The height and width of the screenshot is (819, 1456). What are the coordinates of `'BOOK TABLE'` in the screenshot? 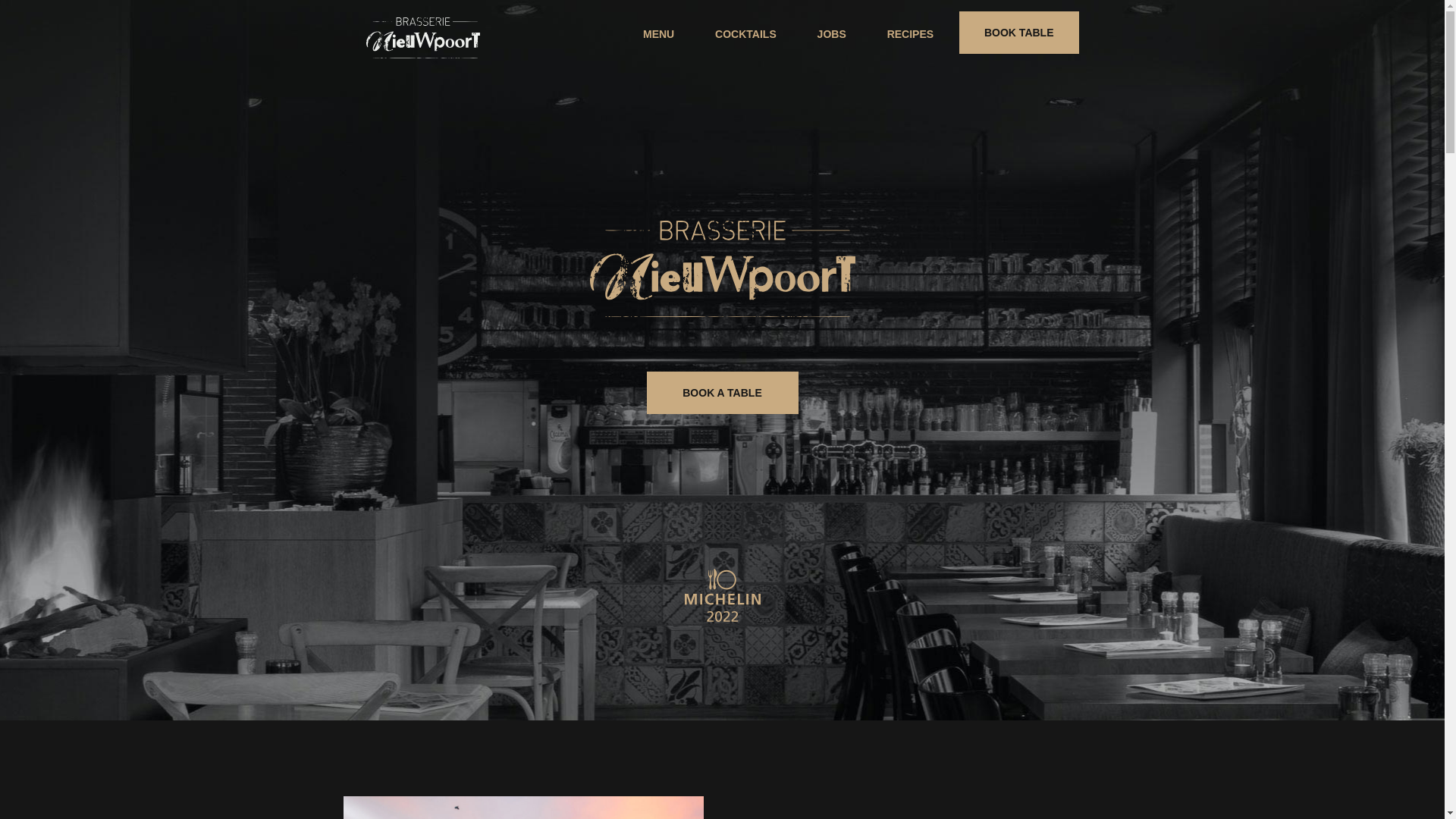 It's located at (1019, 32).